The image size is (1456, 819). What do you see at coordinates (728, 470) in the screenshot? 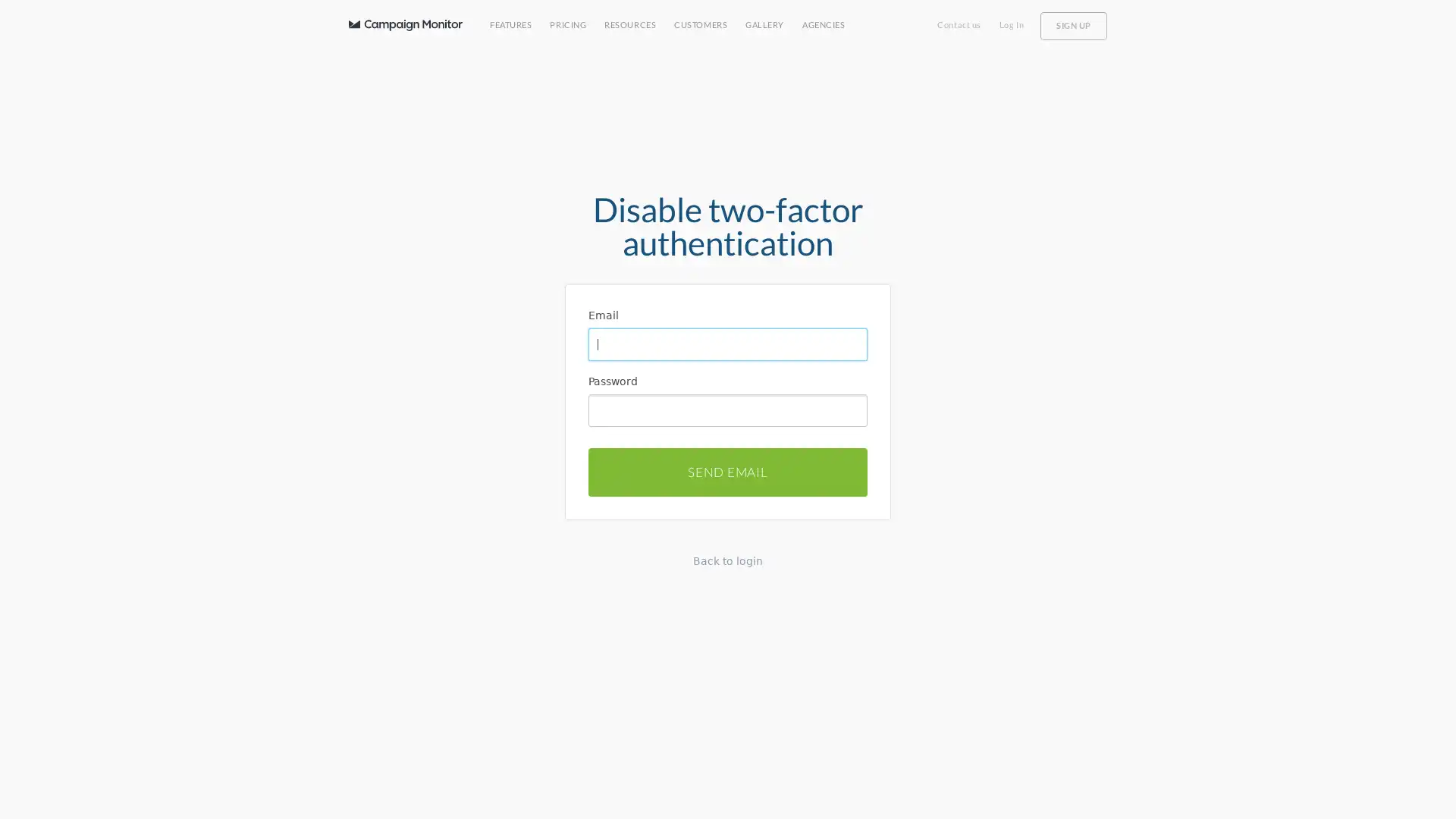
I see `SEND EMAIL` at bounding box center [728, 470].